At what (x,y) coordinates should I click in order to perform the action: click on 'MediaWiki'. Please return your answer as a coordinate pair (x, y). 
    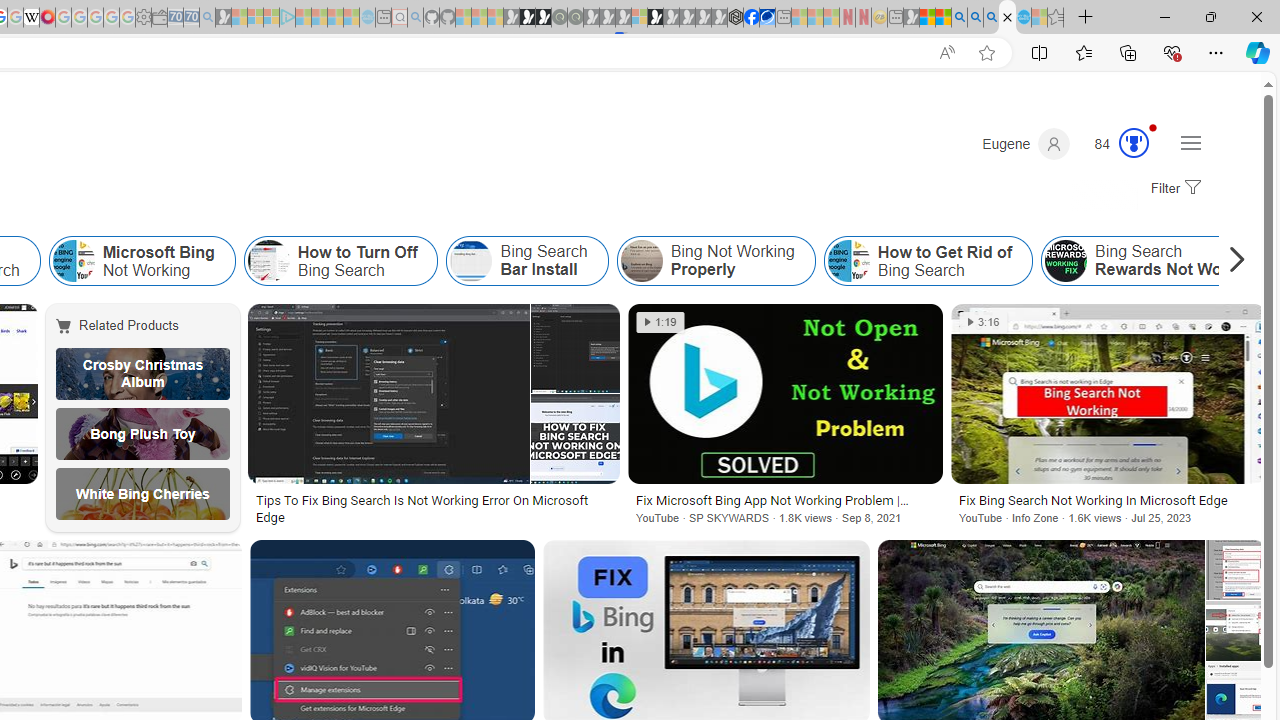
    Looking at the image, I should click on (47, 17).